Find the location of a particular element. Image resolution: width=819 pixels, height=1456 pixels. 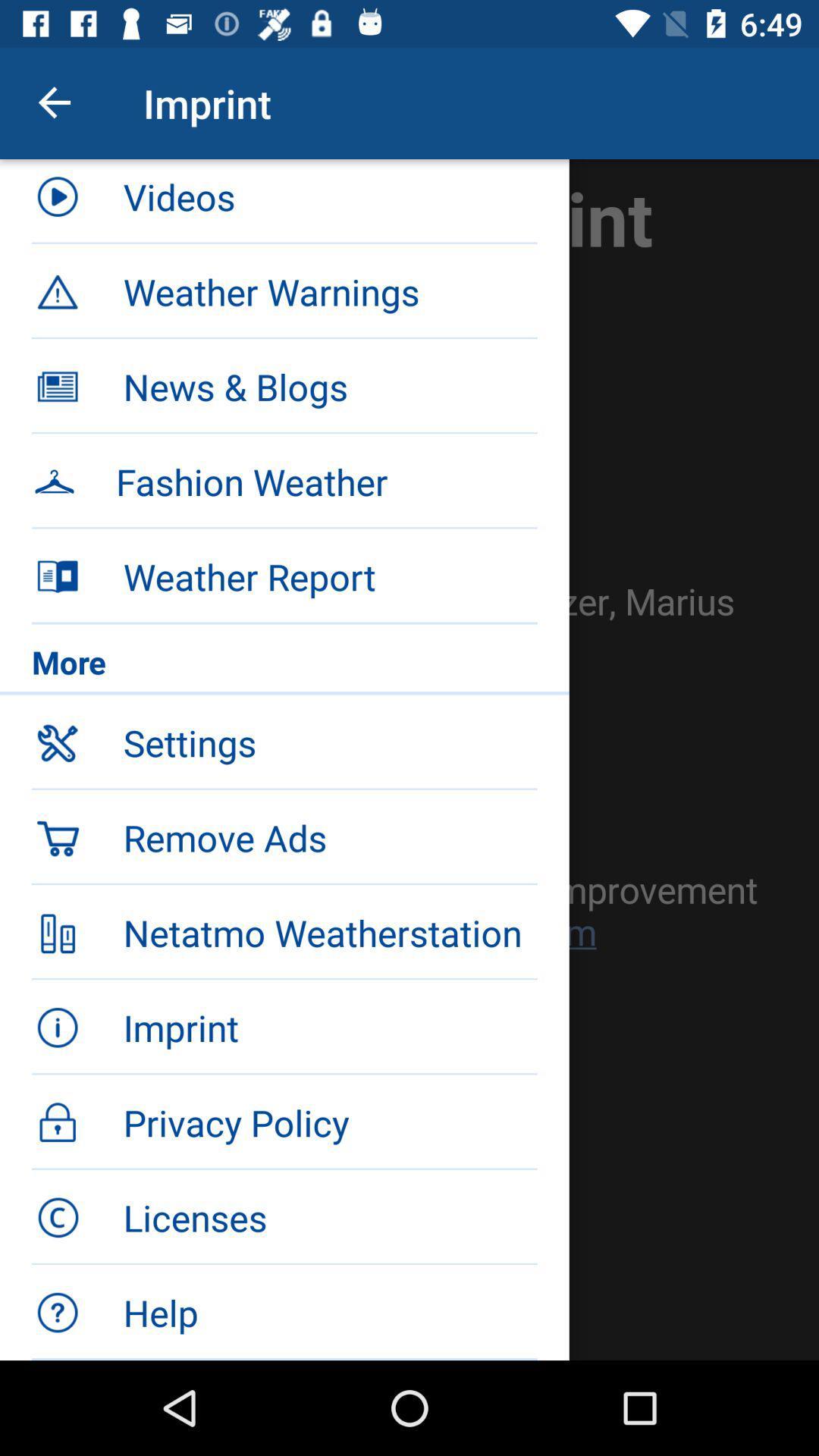

alerts of extreme weather is located at coordinates (409, 760).